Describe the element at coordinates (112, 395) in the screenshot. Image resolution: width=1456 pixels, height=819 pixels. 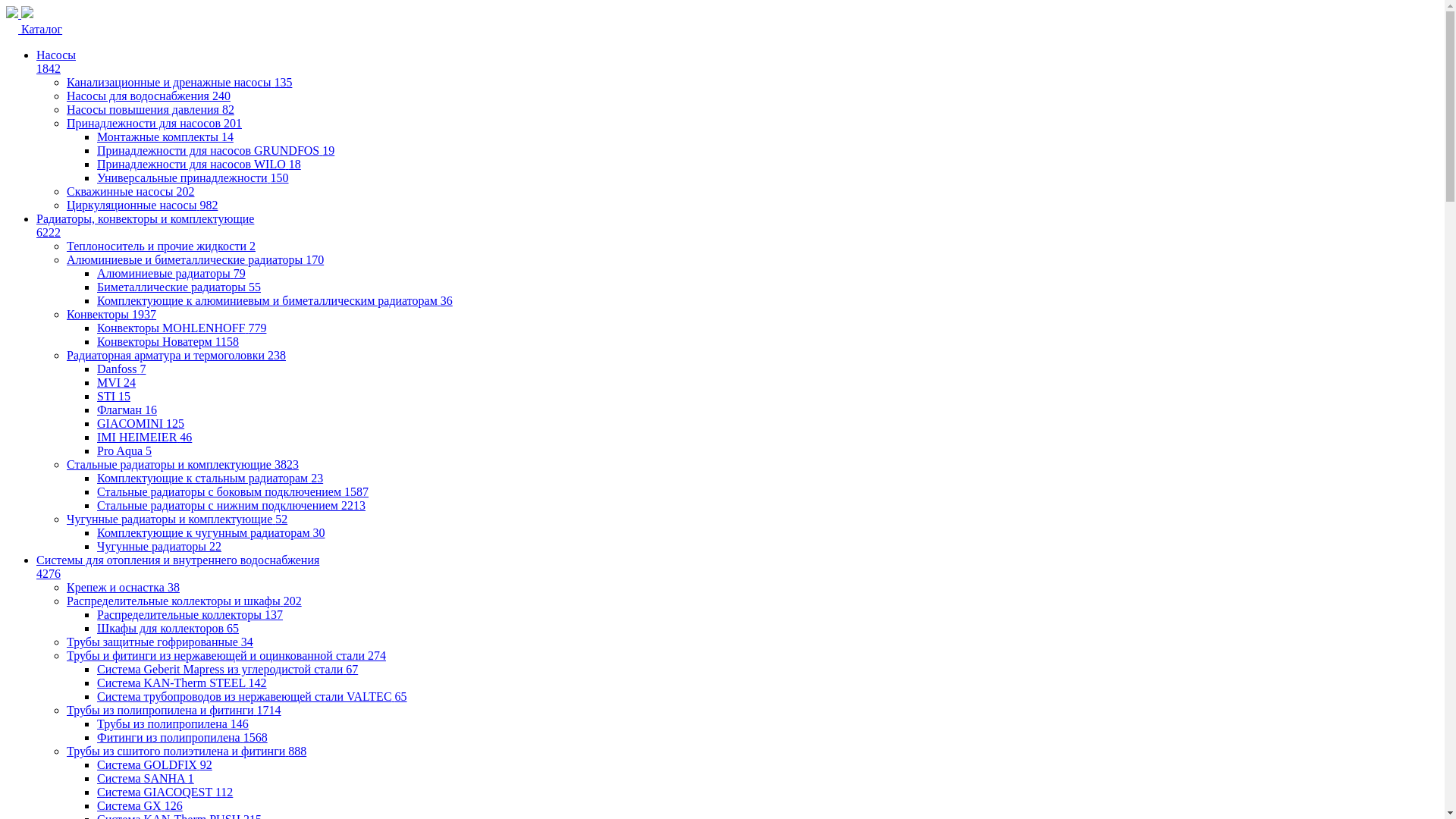
I see `'STI 15'` at that location.